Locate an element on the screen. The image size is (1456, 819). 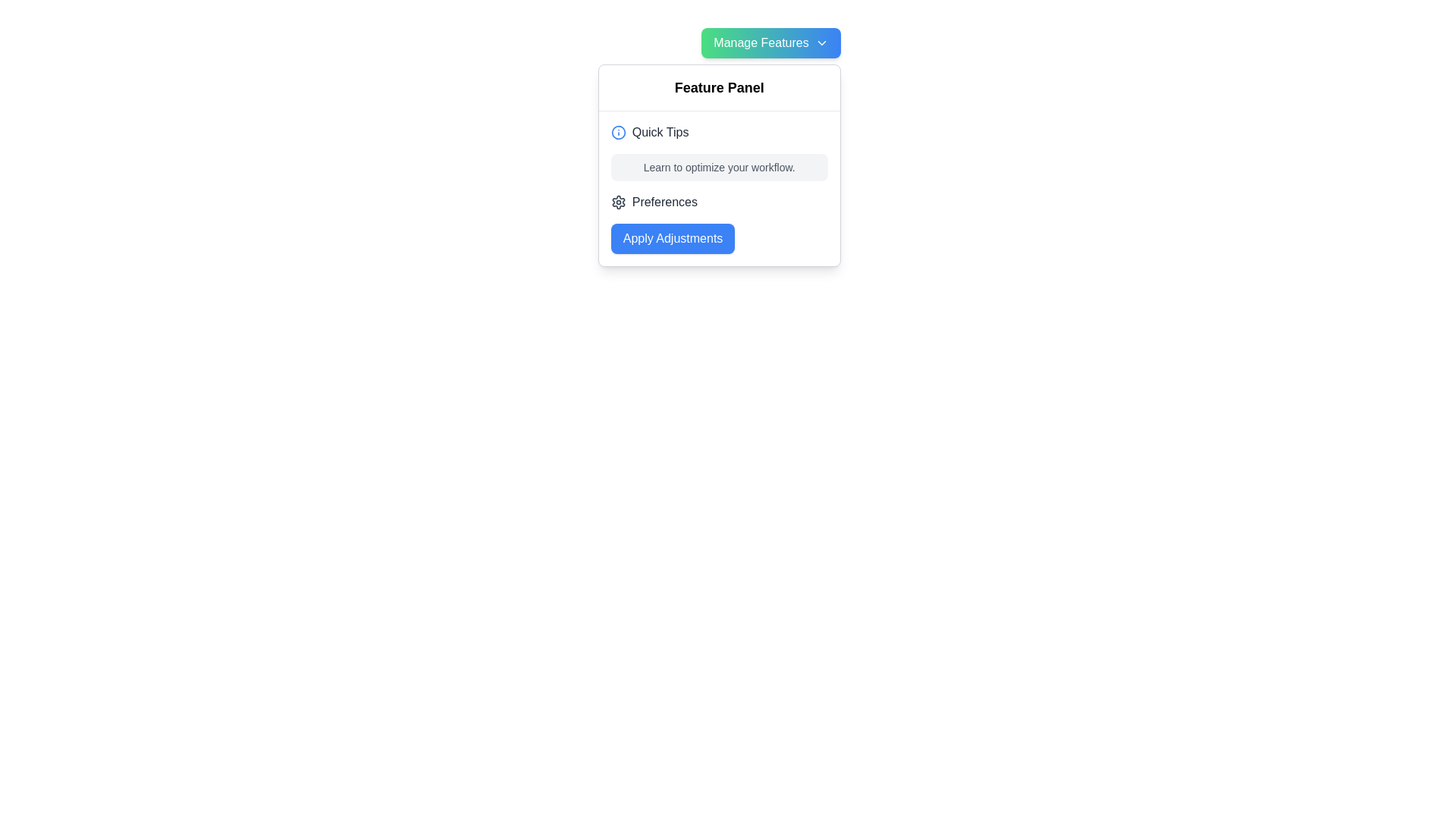
the gear-like icon located in the upper section of the 'Preferences' row within the feature panel, which is styled with a neutral gray tone is located at coordinates (618, 201).